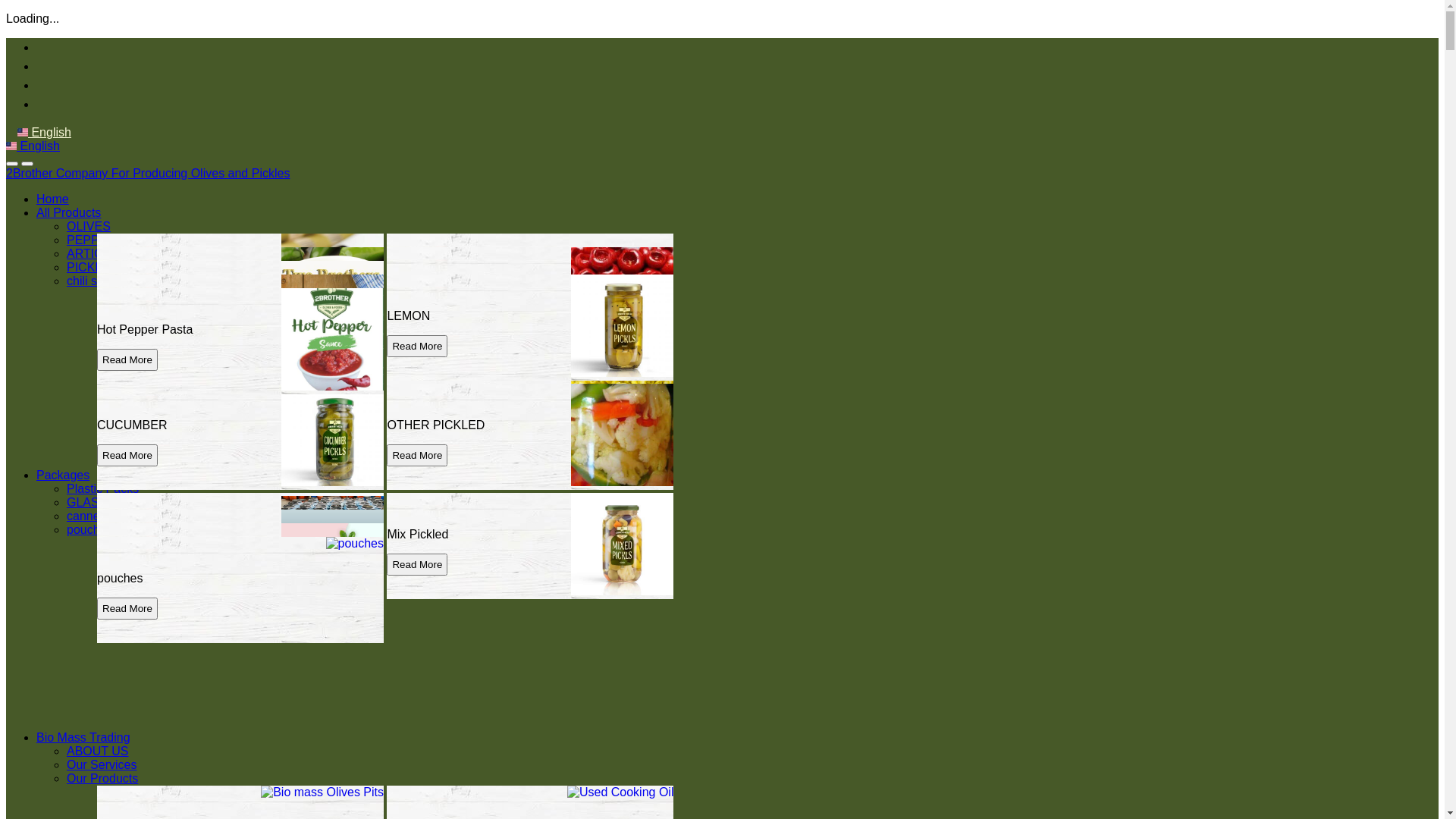 The width and height of the screenshot is (1456, 819). I want to click on 'canned packs', so click(65, 515).